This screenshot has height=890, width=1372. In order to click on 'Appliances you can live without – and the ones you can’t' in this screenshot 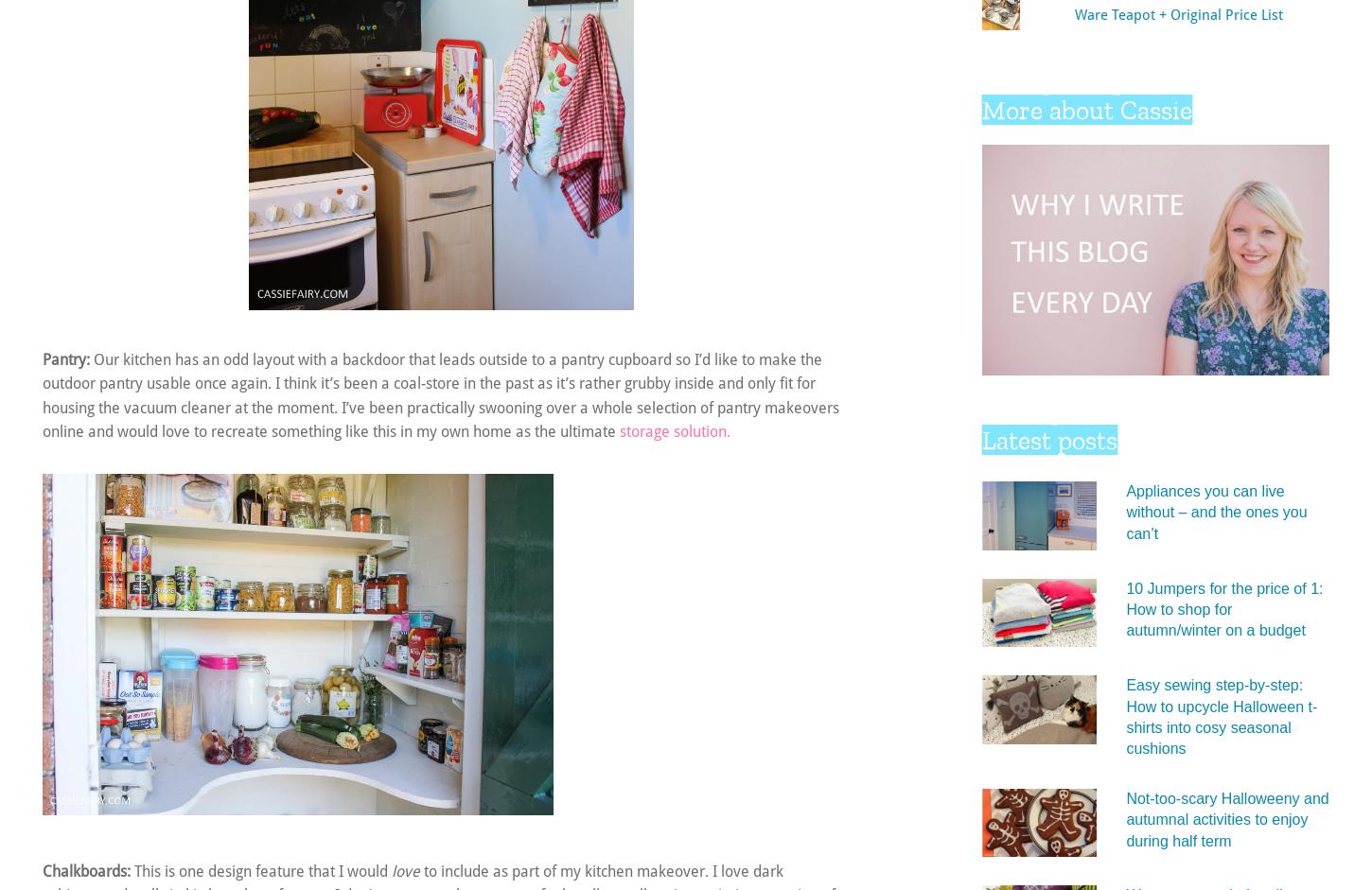, I will do `click(1216, 512)`.